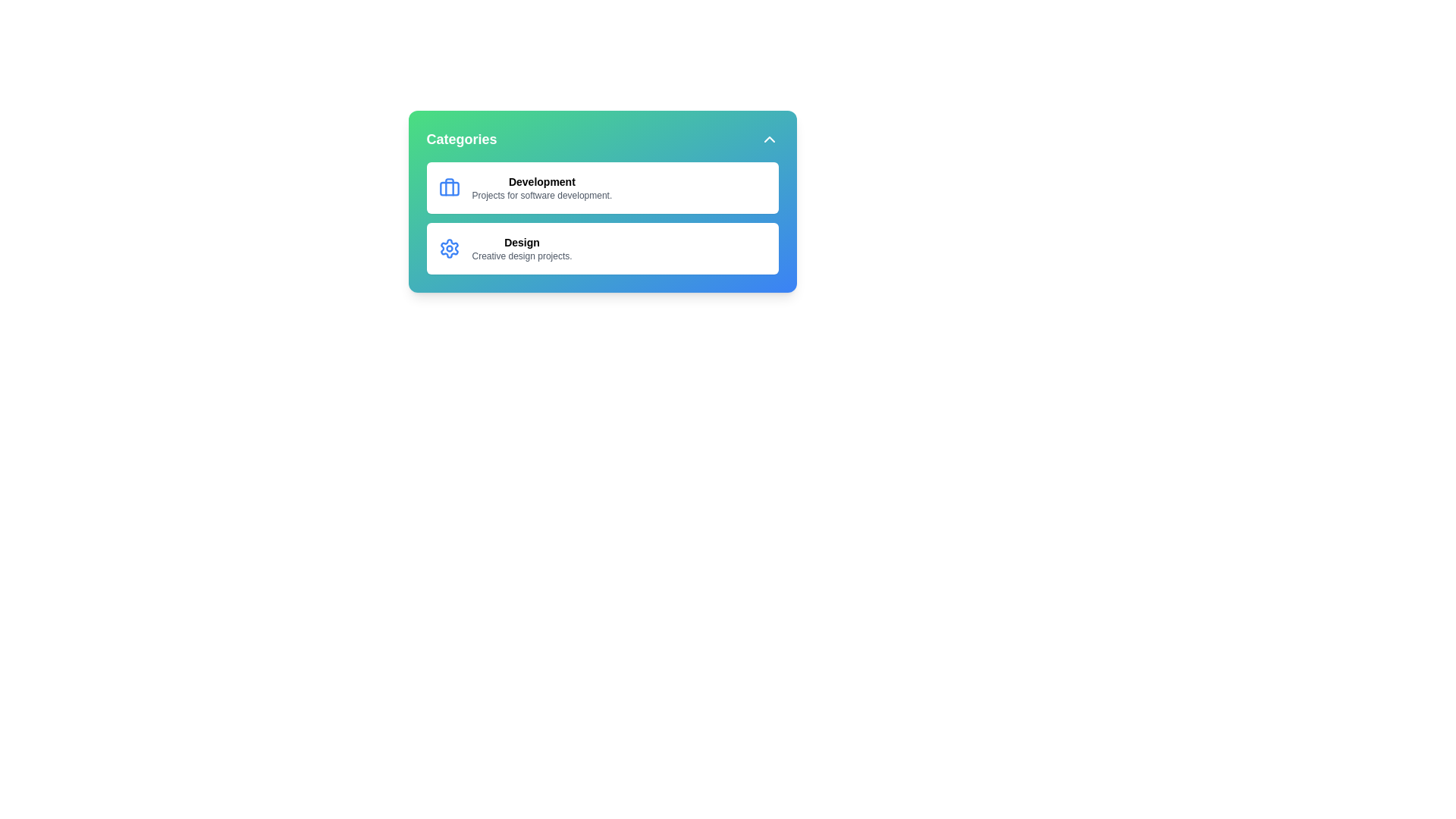 Image resolution: width=1456 pixels, height=819 pixels. I want to click on the category Development to view additional visual feedback, so click(601, 187).